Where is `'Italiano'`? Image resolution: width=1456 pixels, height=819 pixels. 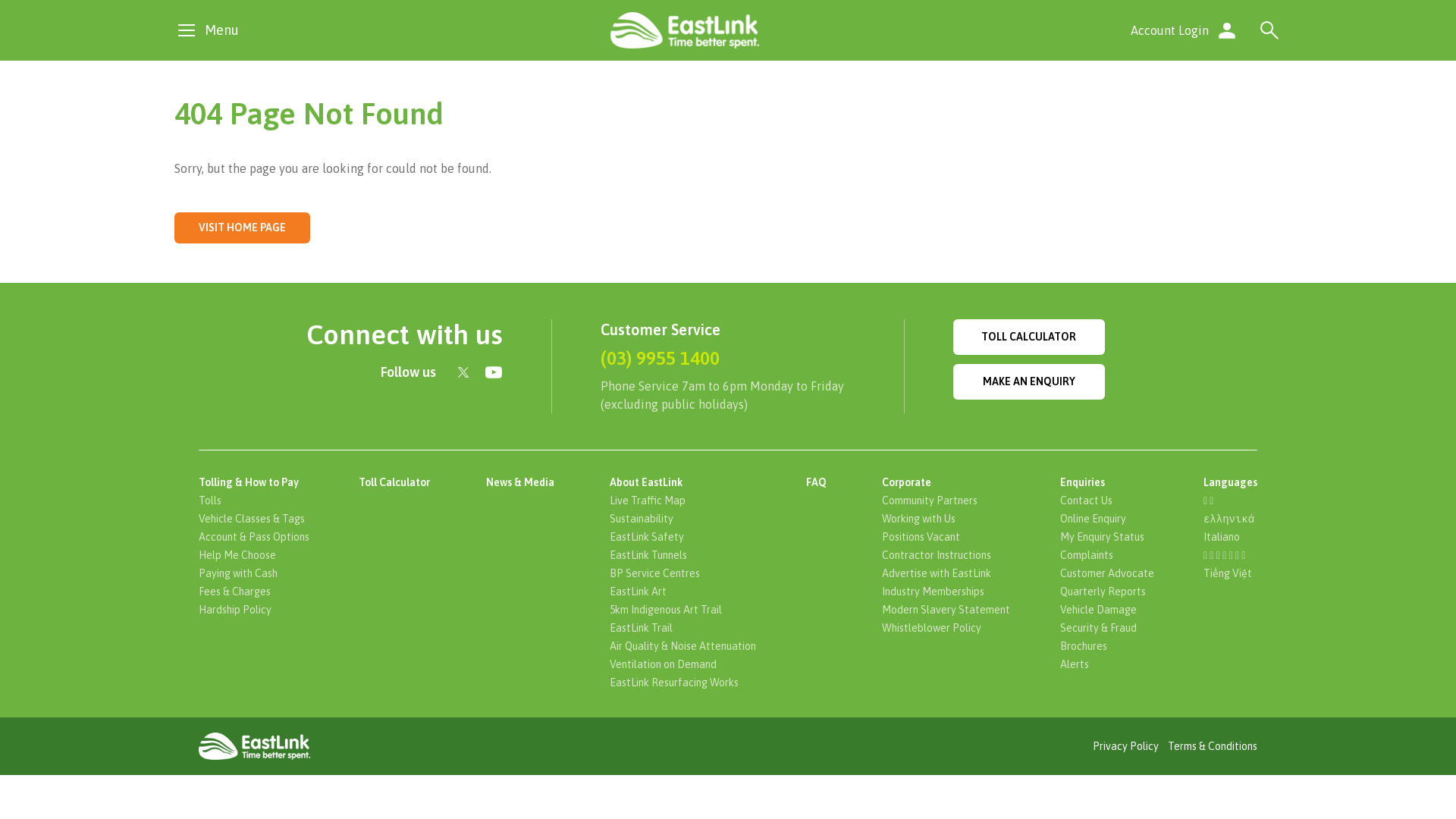
'Italiano' is located at coordinates (1222, 536).